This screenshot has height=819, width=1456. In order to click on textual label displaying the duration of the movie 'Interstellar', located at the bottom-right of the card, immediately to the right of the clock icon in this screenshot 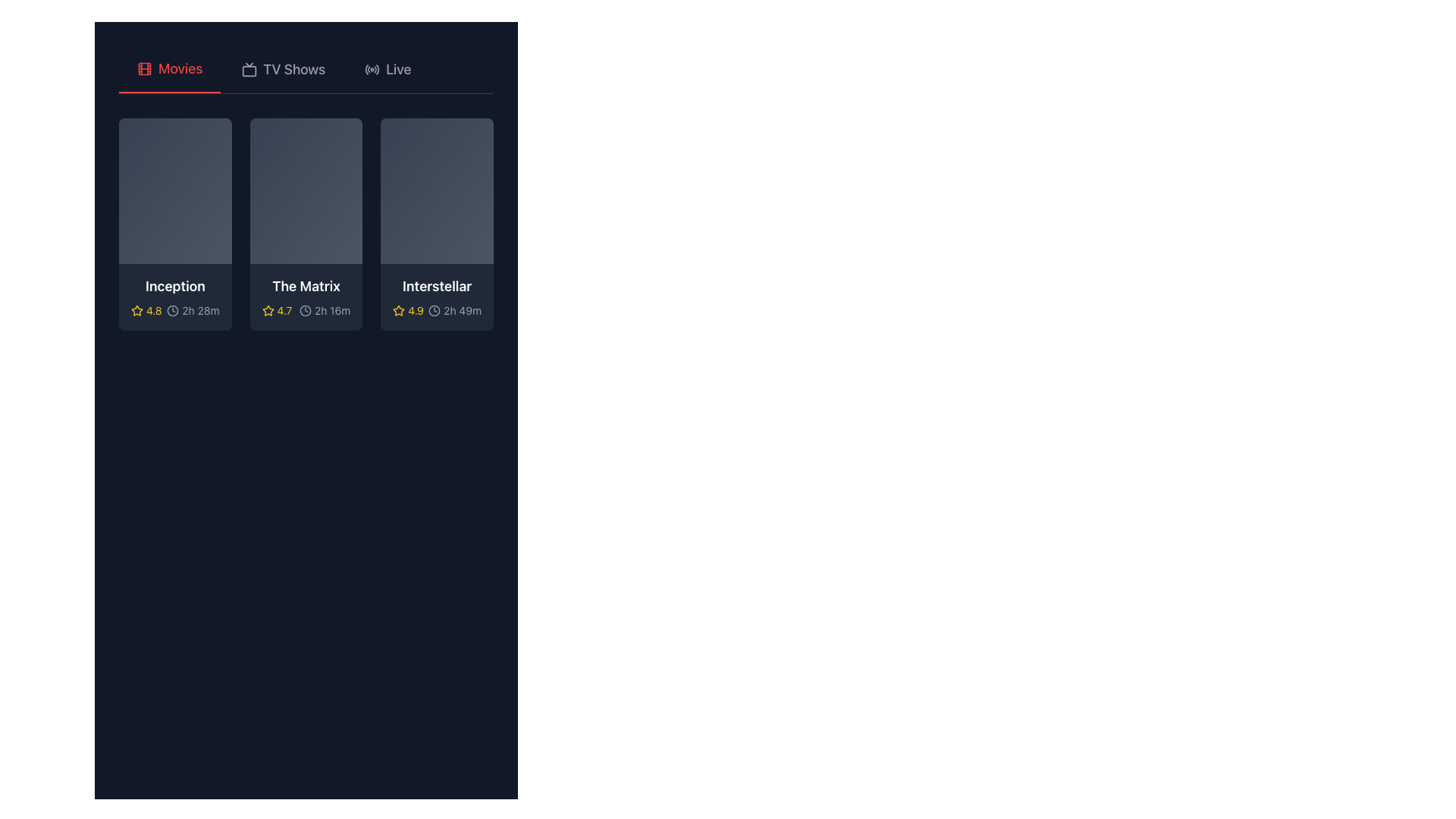, I will do `click(454, 309)`.